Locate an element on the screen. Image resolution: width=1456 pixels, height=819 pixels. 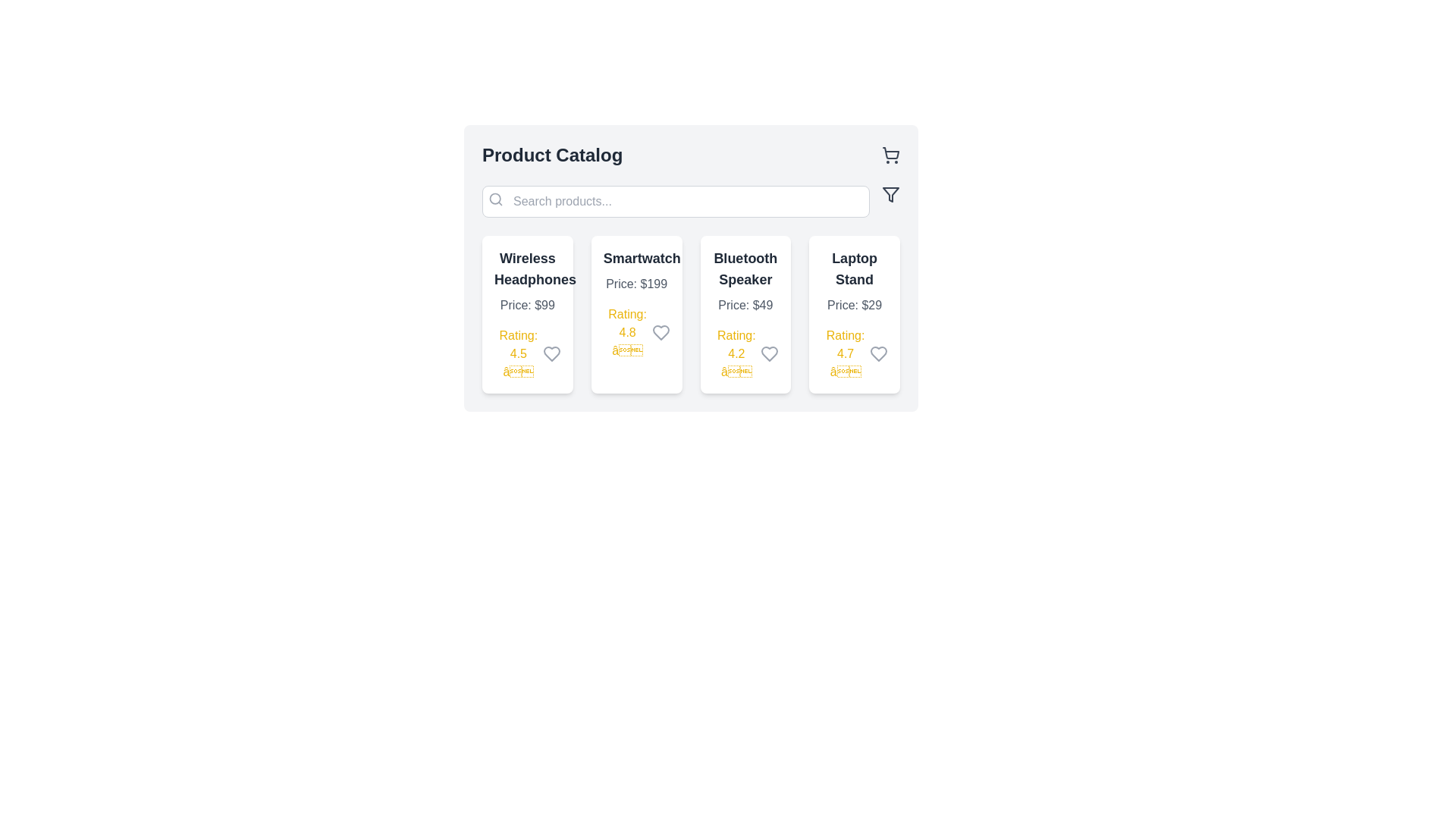
the interactive heart icon button located is located at coordinates (878, 353).